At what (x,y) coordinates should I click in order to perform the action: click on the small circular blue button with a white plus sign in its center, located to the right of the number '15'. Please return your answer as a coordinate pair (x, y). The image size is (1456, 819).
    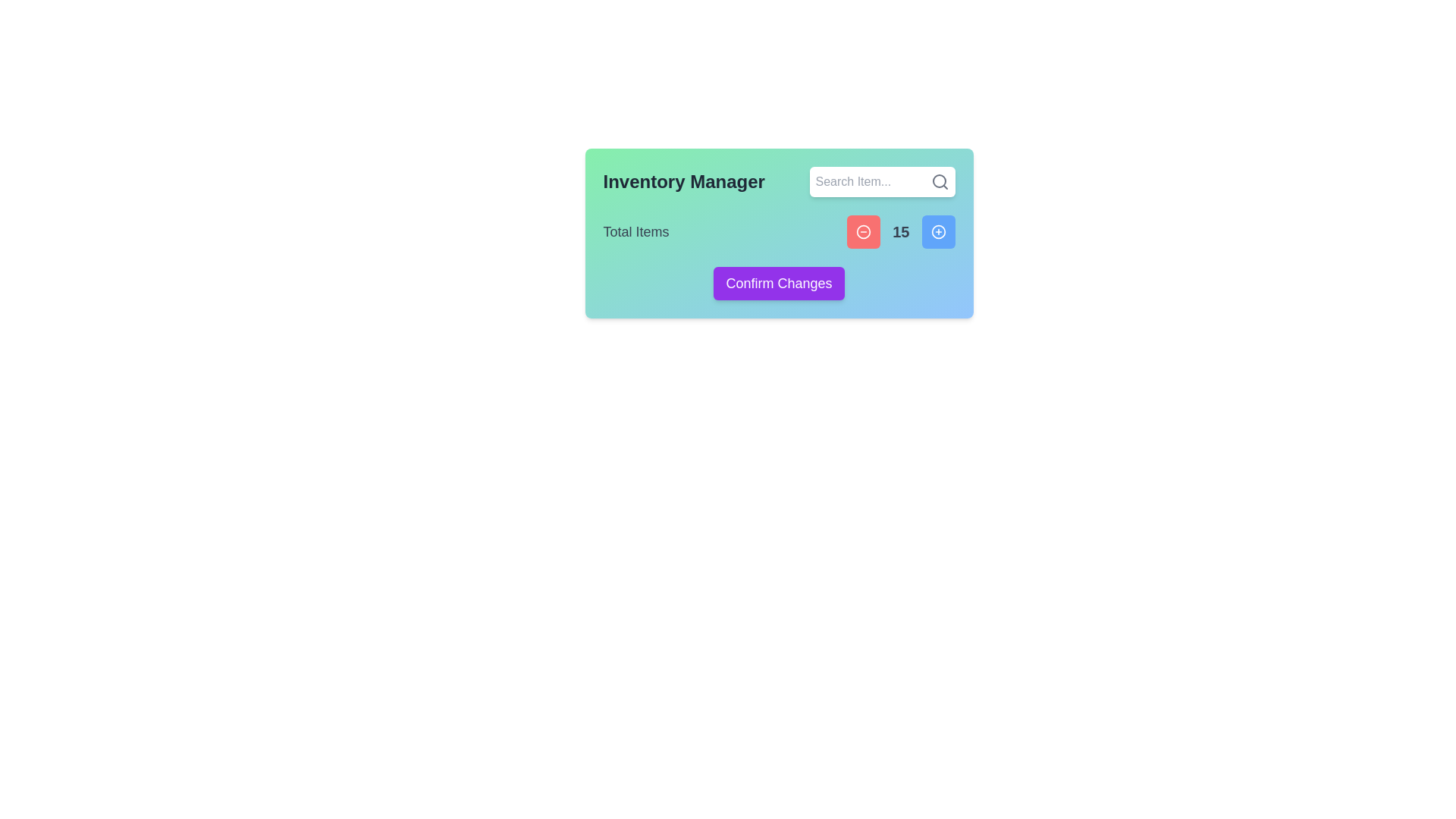
    Looking at the image, I should click on (937, 231).